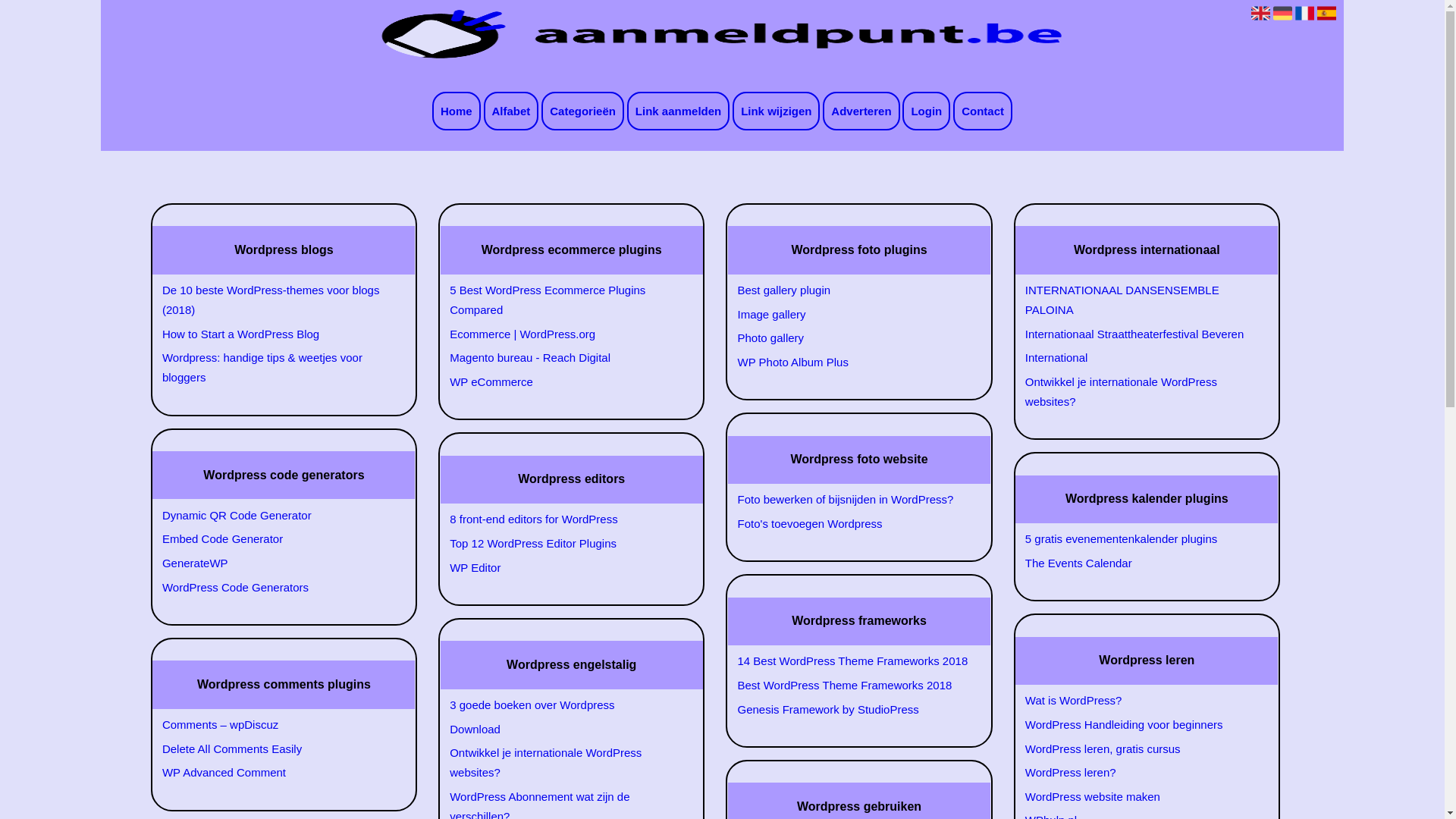 This screenshot has width=1456, height=819. Describe the element at coordinates (275, 772) in the screenshot. I see `'WP Advanced Comment'` at that location.